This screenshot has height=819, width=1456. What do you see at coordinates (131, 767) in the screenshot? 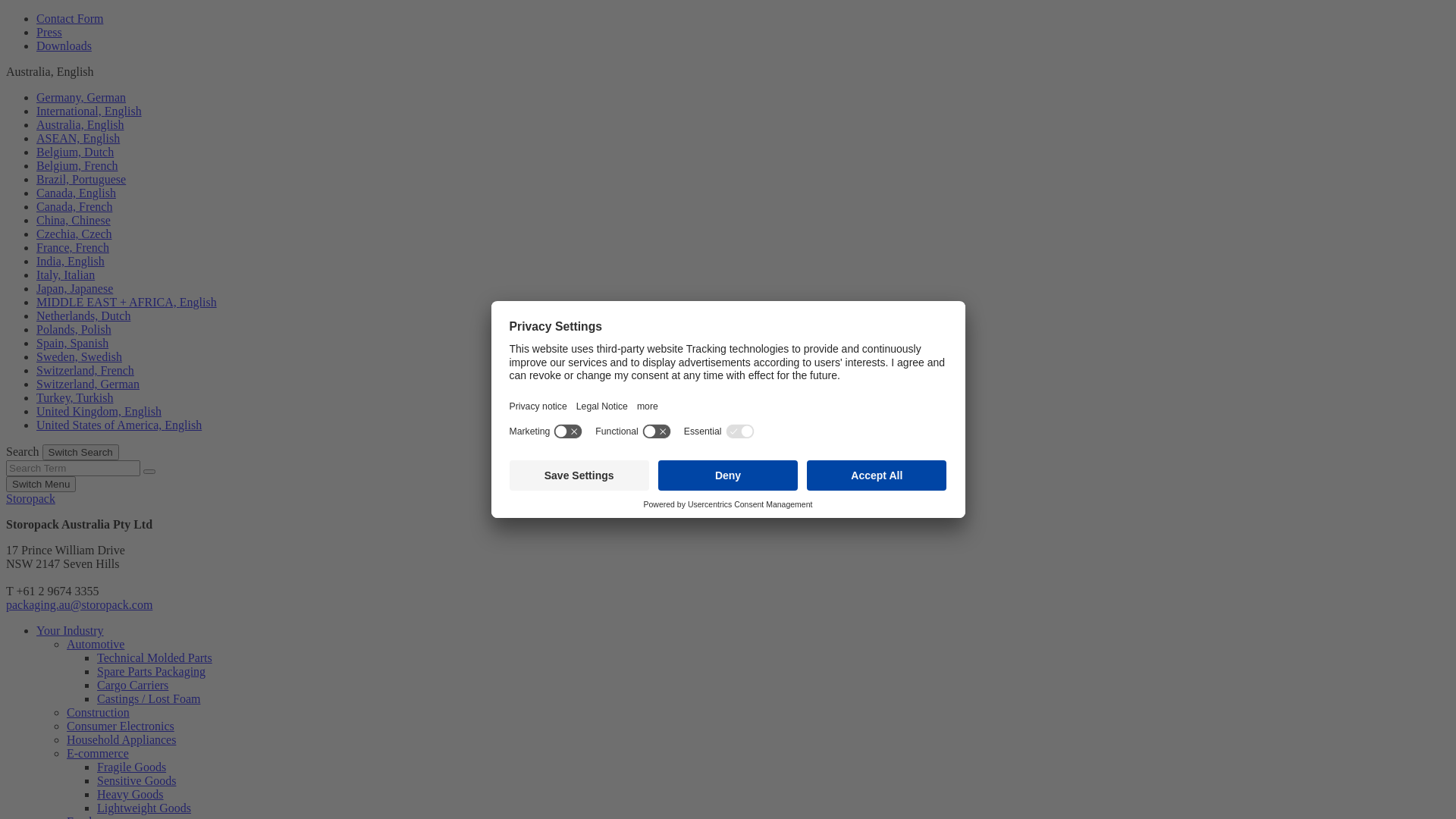
I see `'Fragile Goods'` at bounding box center [131, 767].